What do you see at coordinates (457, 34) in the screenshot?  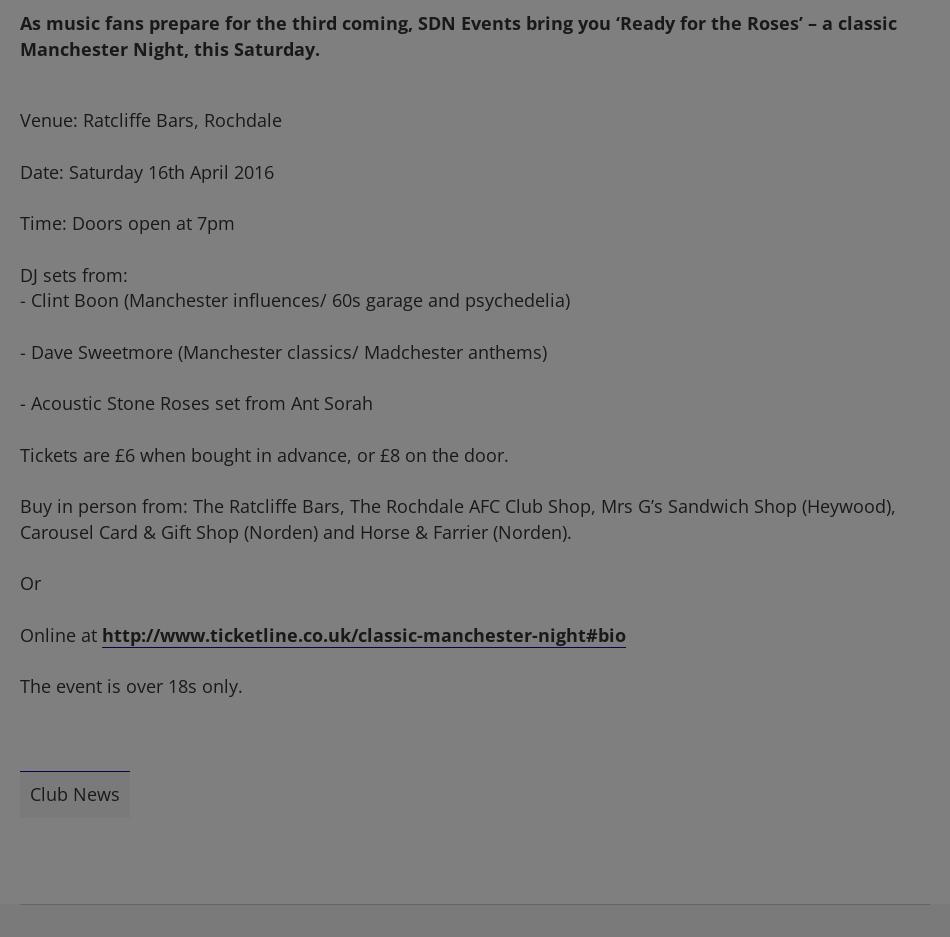 I see `'As music fans prepare for the third coming, SDN Events bring you ‘Ready for the Roses’ – a classic Manchester Night, this Saturday.'` at bounding box center [457, 34].